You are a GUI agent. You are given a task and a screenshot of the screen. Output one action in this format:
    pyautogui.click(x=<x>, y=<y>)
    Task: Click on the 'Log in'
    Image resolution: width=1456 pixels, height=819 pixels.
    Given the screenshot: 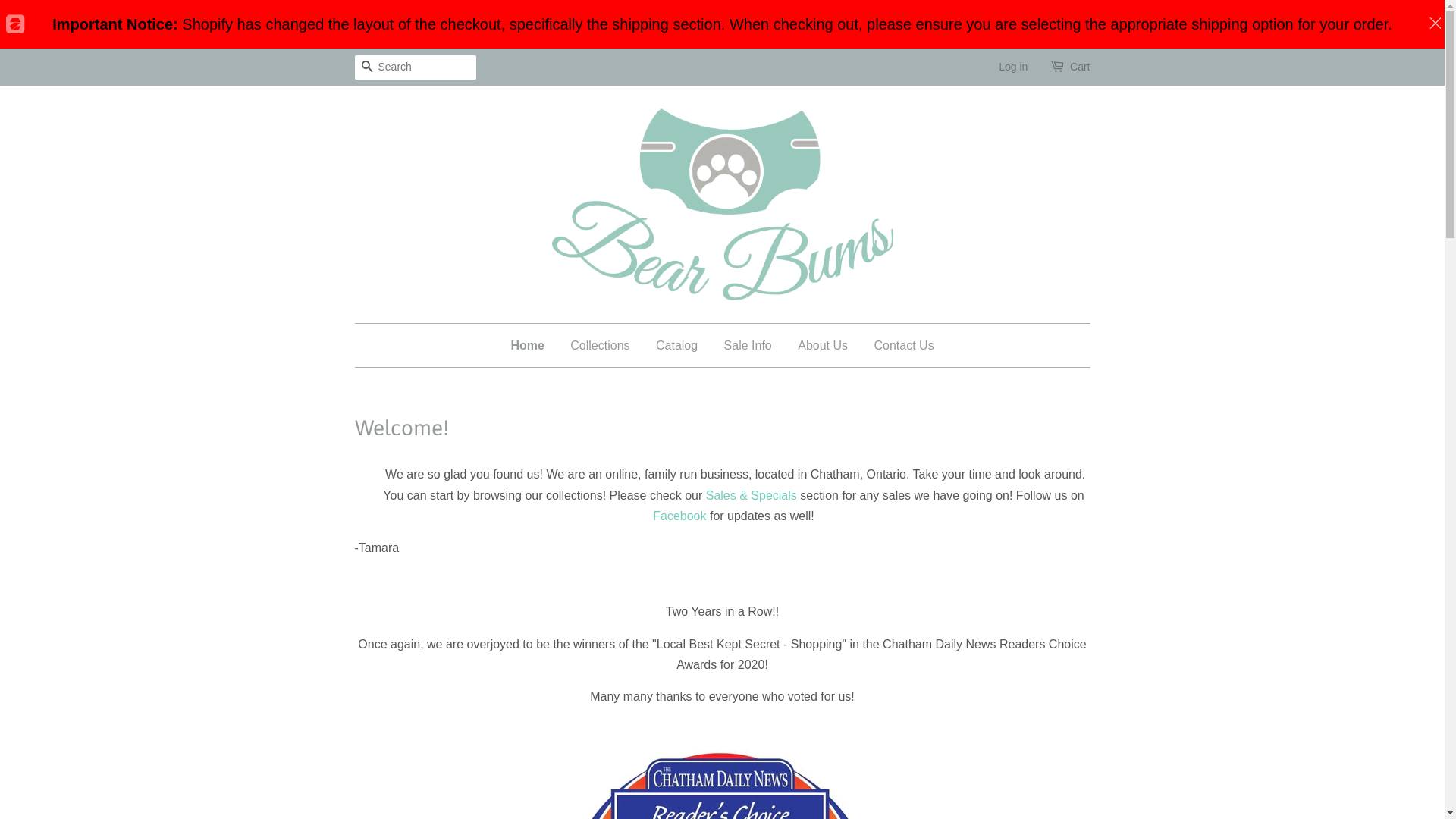 What is the action you would take?
    pyautogui.click(x=1012, y=66)
    